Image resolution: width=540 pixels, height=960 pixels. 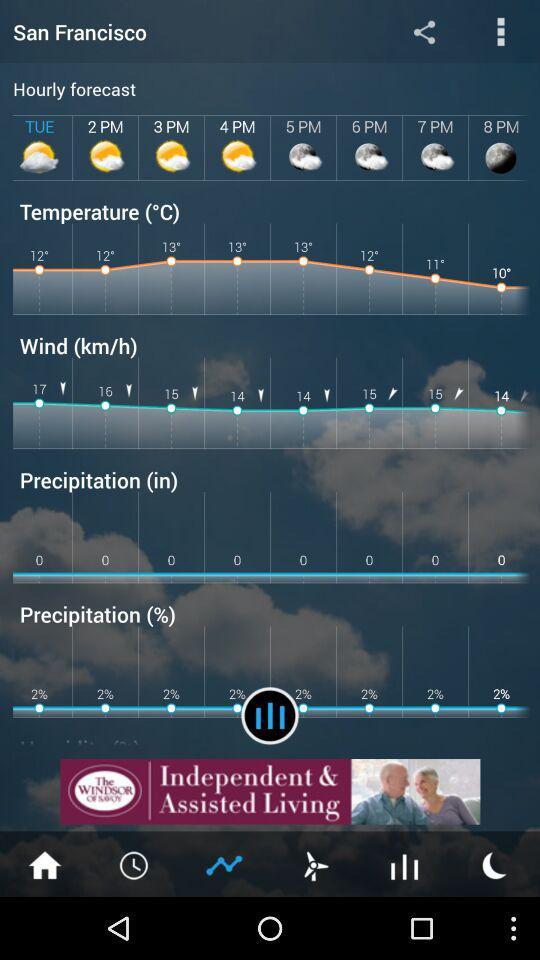 I want to click on the weather icon, so click(x=314, y=925).